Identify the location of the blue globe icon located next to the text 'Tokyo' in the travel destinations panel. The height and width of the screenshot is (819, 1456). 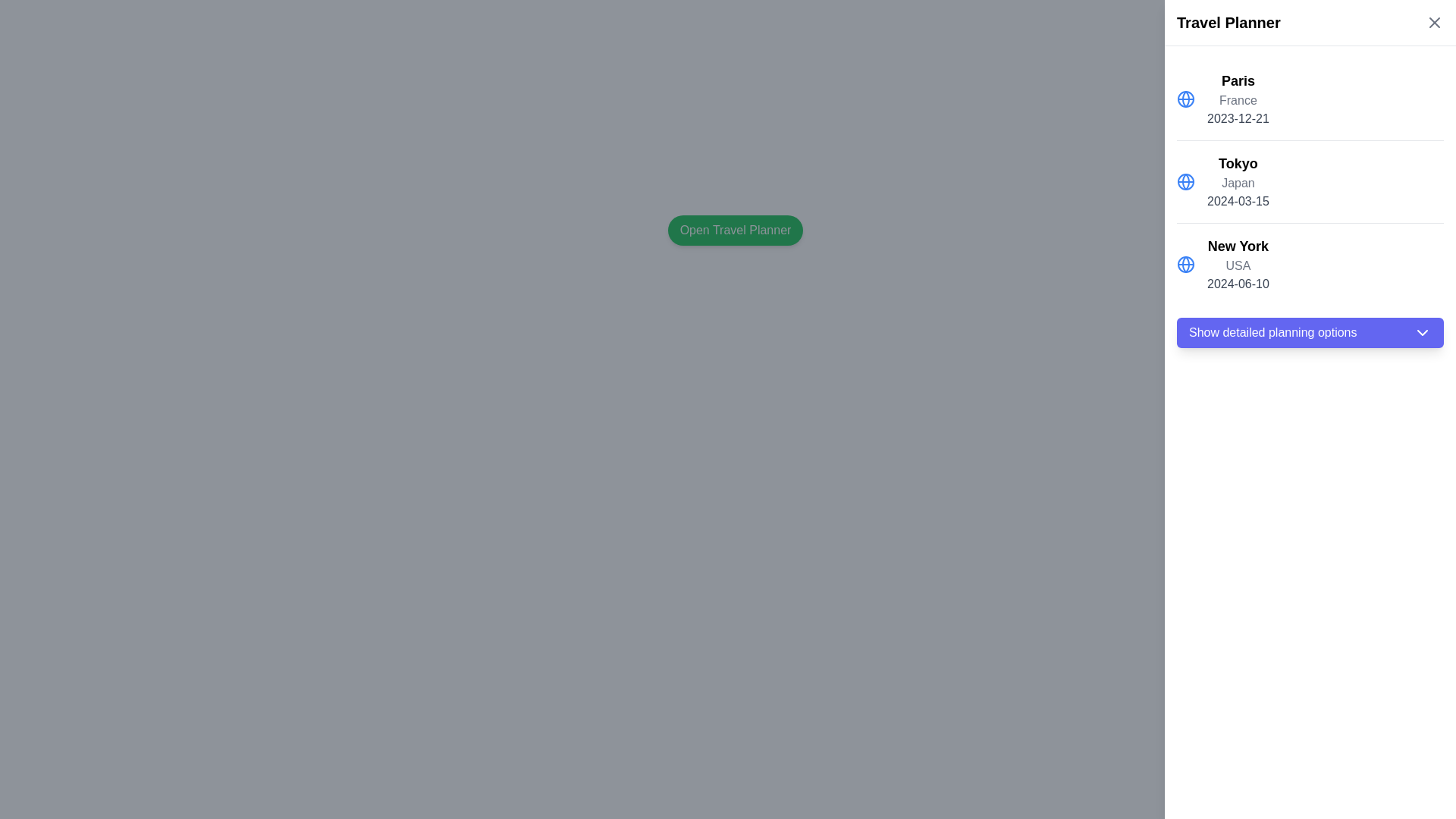
(1185, 180).